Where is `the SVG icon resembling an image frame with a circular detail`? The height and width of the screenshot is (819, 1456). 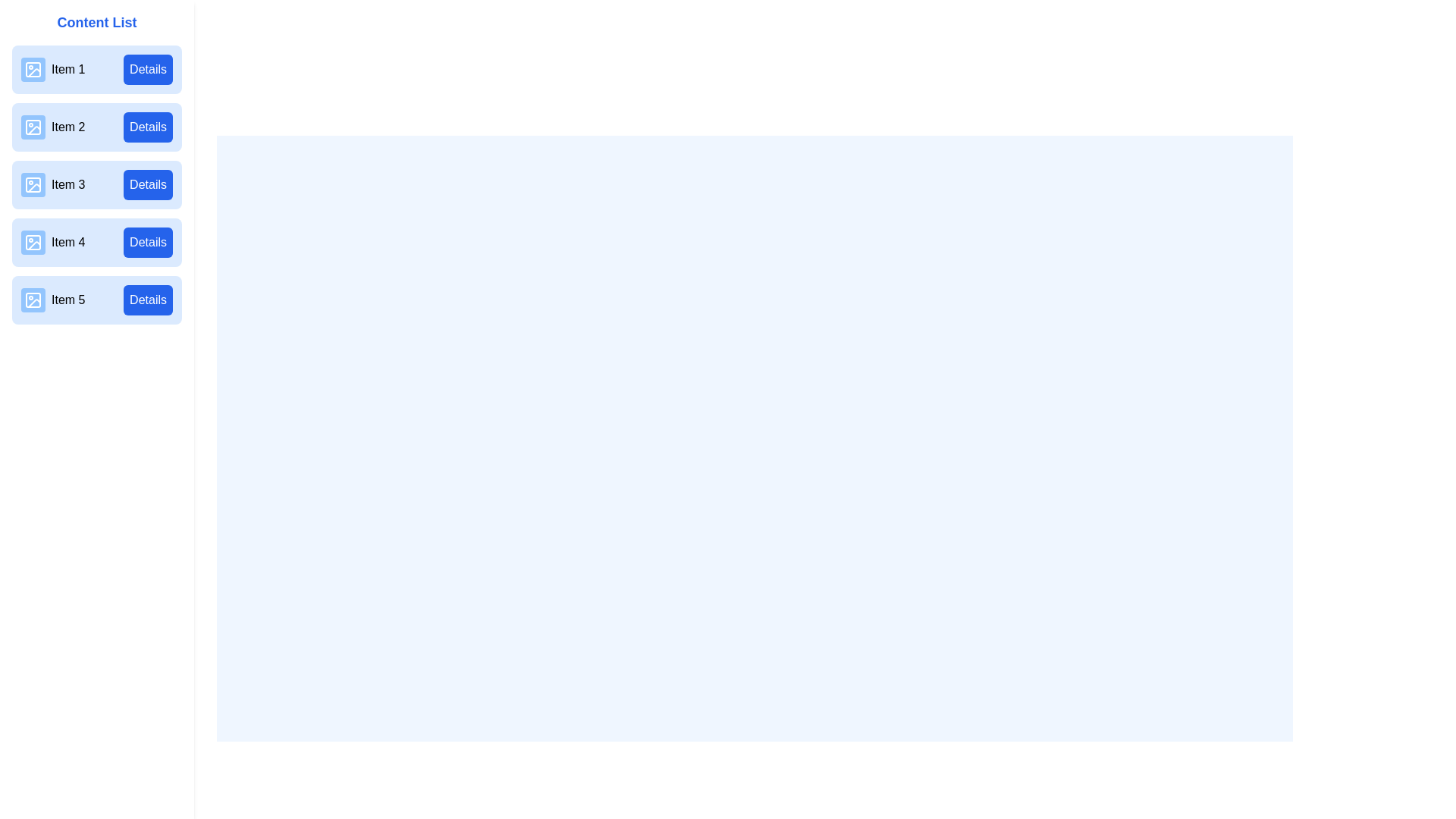
the SVG icon resembling an image frame with a circular detail is located at coordinates (33, 242).